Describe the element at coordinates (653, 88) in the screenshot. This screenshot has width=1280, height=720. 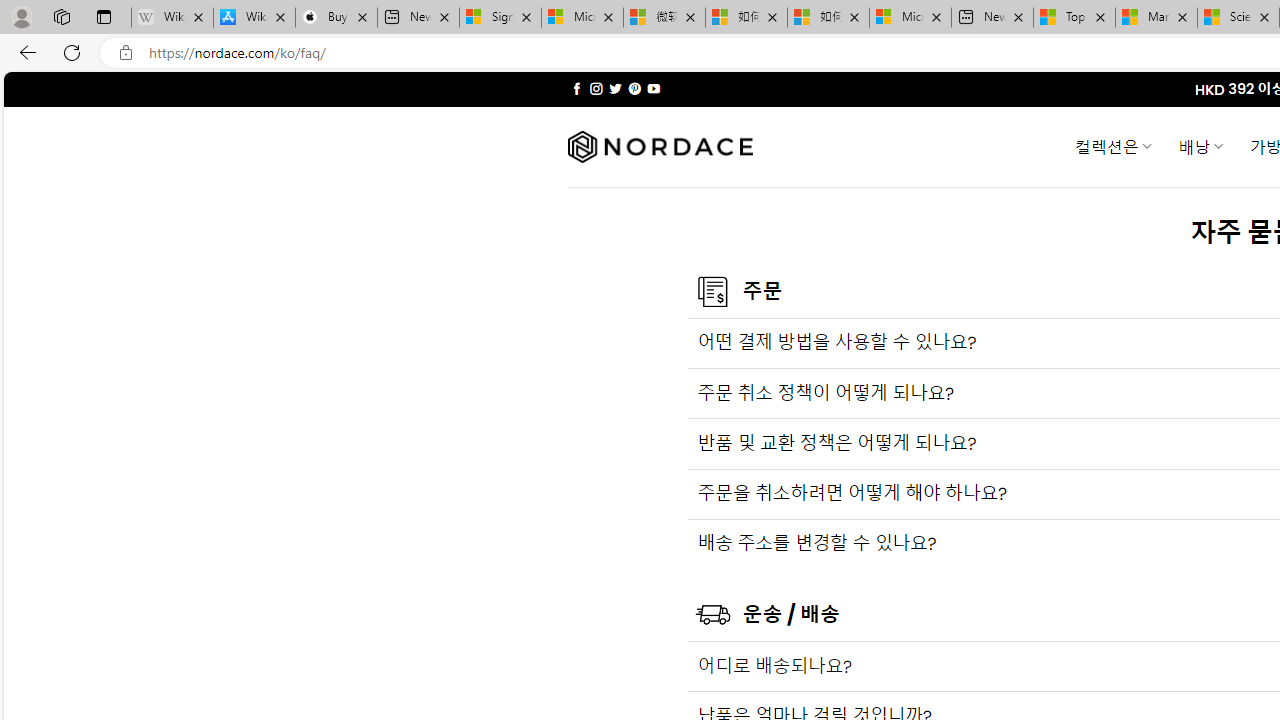
I see `'Follow on YouTube'` at that location.